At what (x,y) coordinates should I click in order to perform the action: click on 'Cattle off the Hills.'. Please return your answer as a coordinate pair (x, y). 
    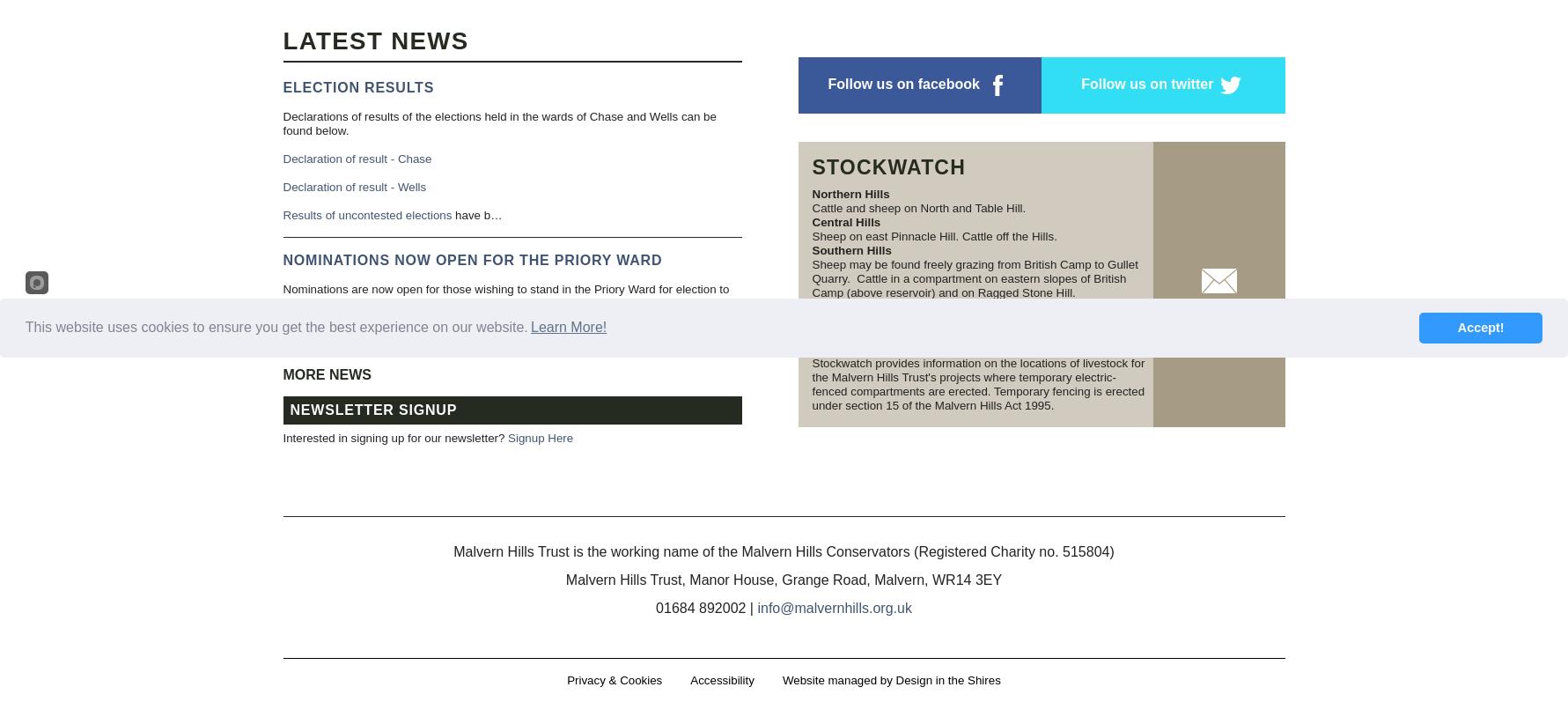
    Looking at the image, I should click on (1009, 234).